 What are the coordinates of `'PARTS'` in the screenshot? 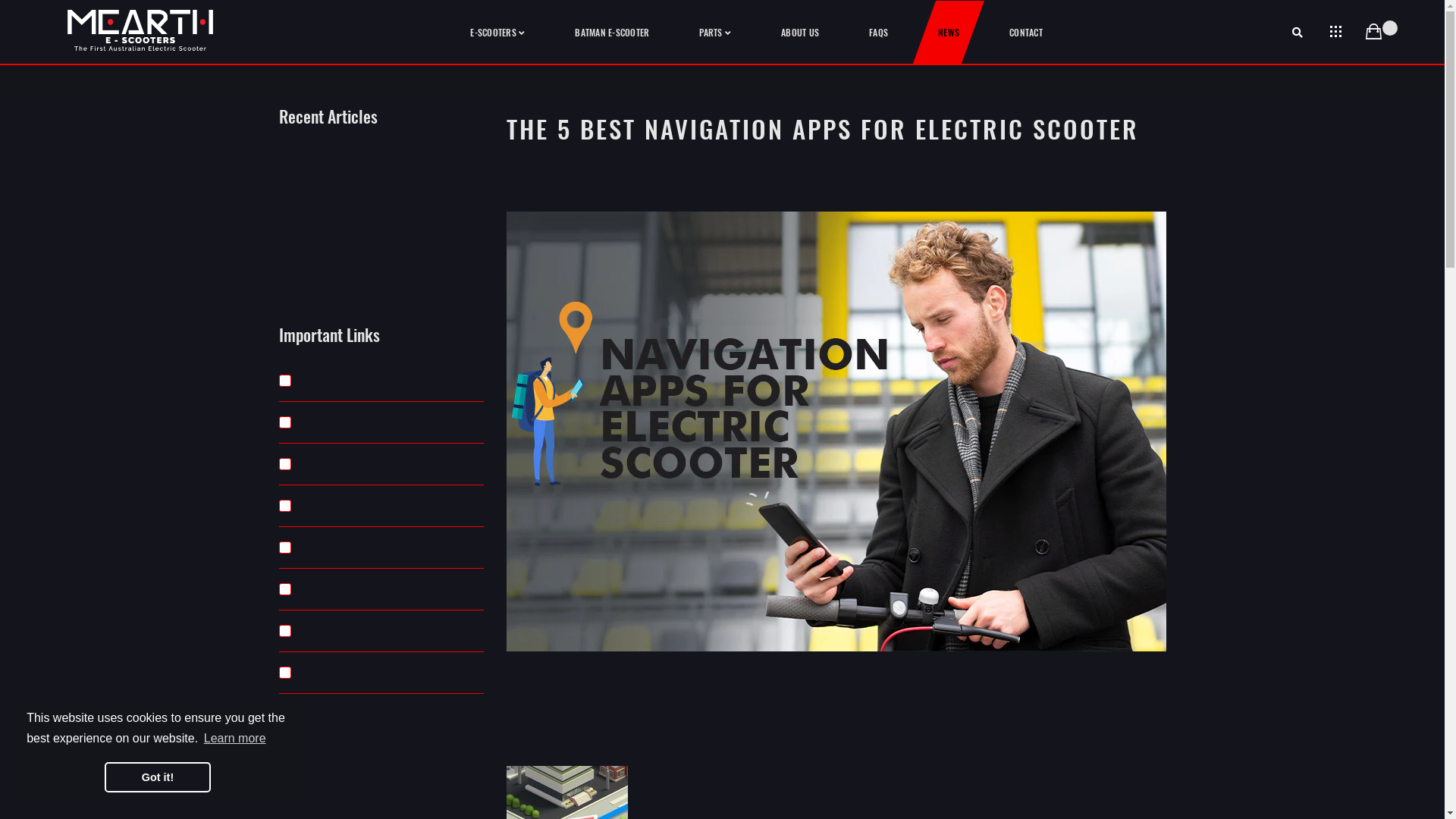 It's located at (714, 32).